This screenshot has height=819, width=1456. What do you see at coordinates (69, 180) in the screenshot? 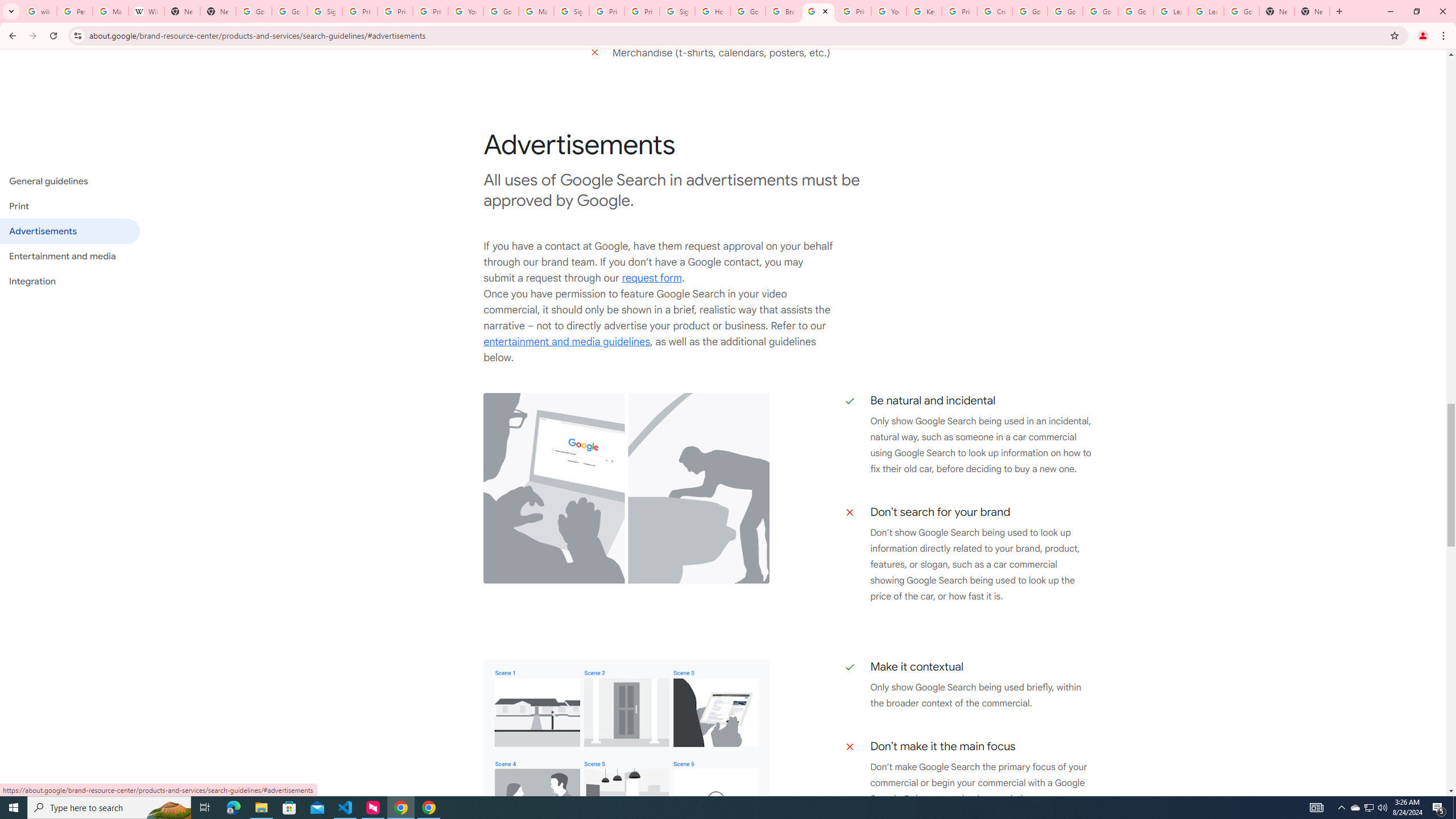
I see `'General guidelines'` at bounding box center [69, 180].